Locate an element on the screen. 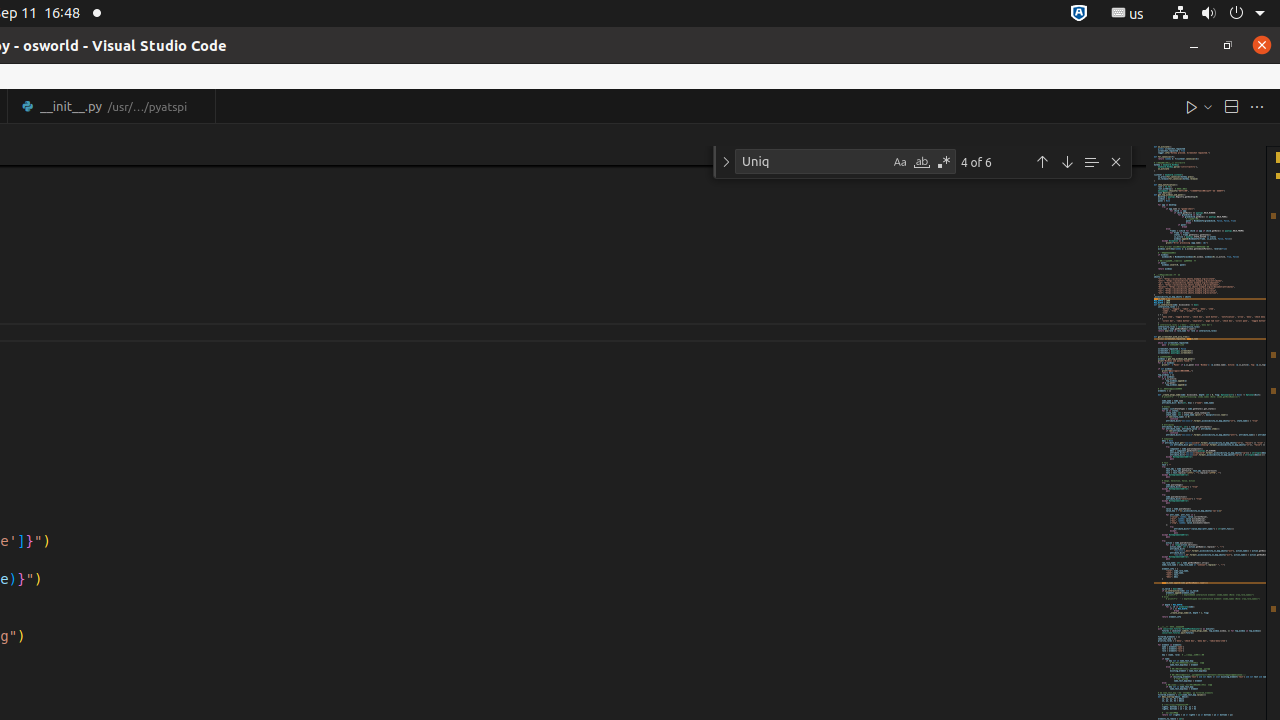 Image resolution: width=1280 pixels, height=720 pixels. 'Previous Match (Shift+Enter)' is located at coordinates (1041, 160).